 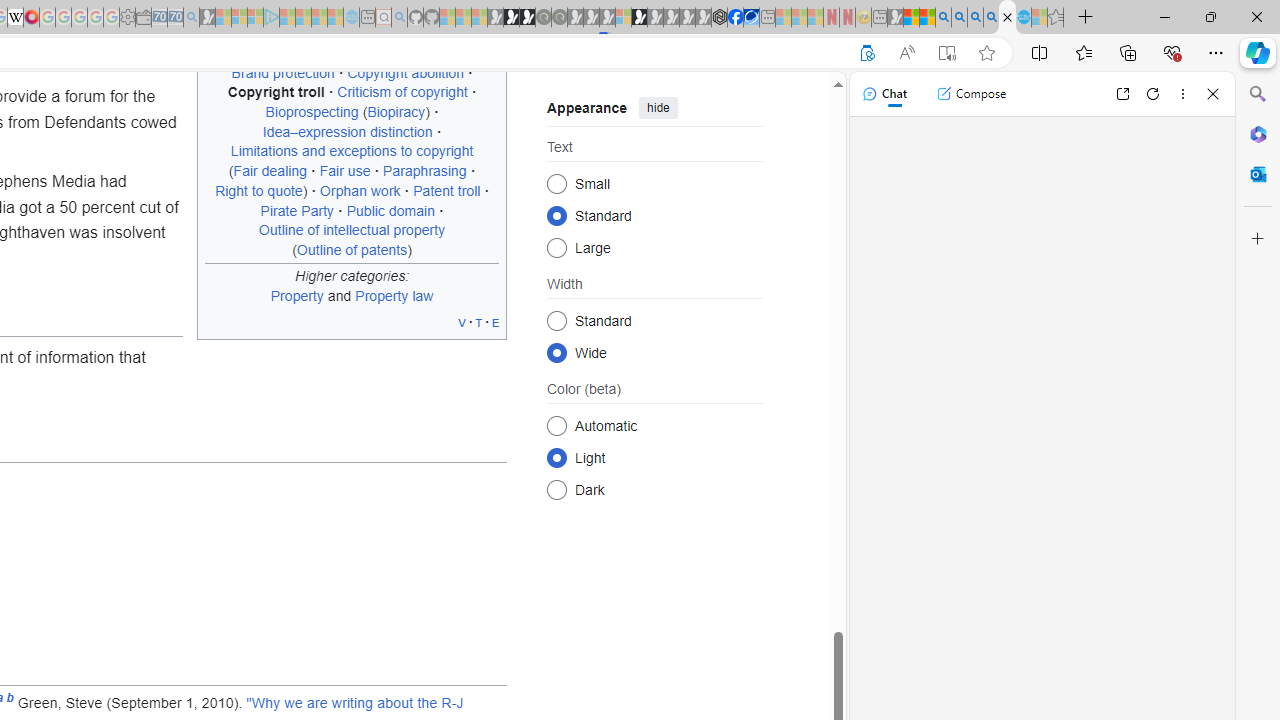 What do you see at coordinates (254, 17) in the screenshot?
I see `'Microsoft account | Privacy - Sleeping'` at bounding box center [254, 17].